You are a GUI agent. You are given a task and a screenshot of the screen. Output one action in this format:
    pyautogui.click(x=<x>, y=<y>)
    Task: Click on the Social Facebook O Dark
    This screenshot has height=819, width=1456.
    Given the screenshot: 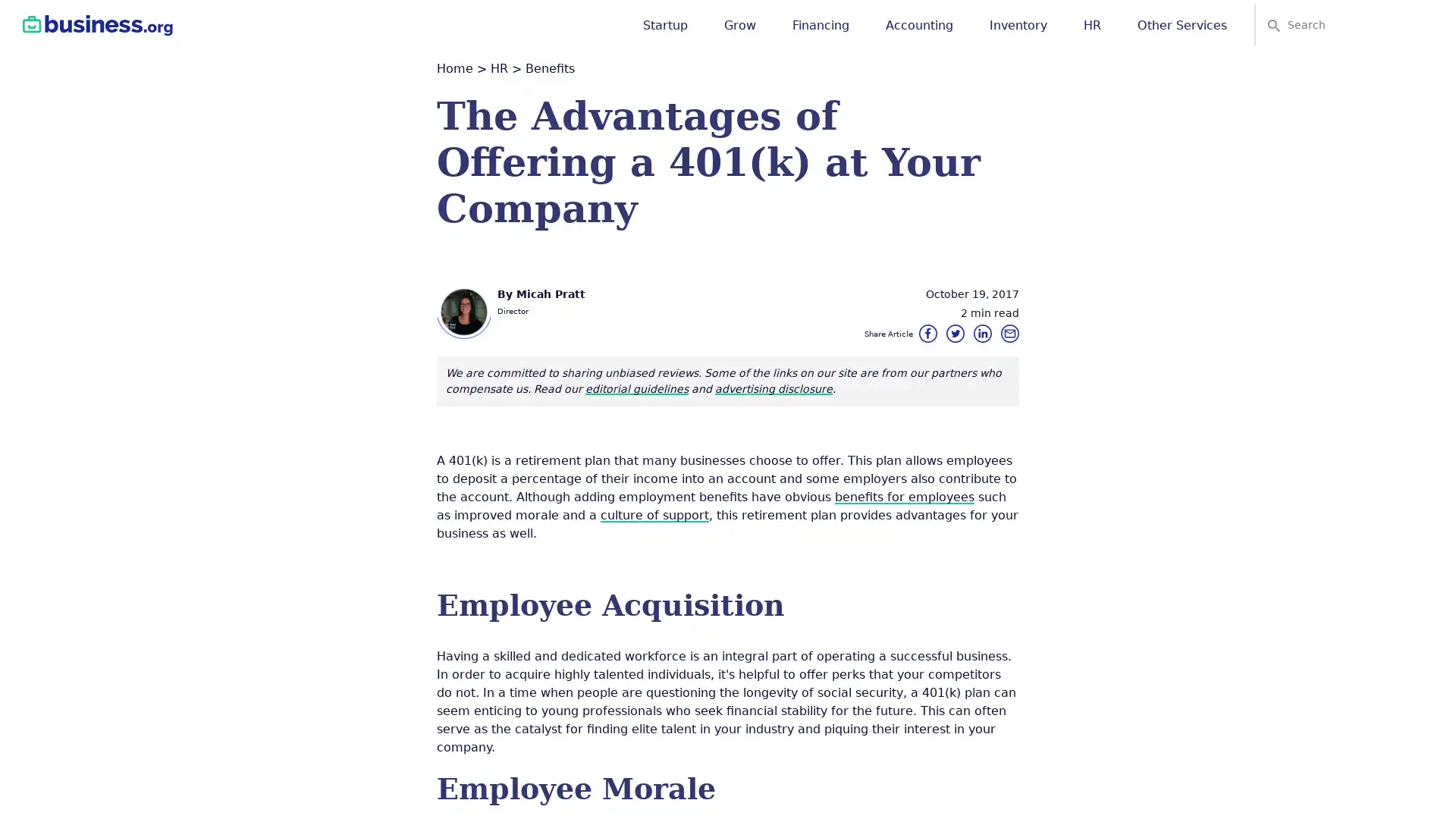 What is the action you would take?
    pyautogui.click(x=927, y=332)
    